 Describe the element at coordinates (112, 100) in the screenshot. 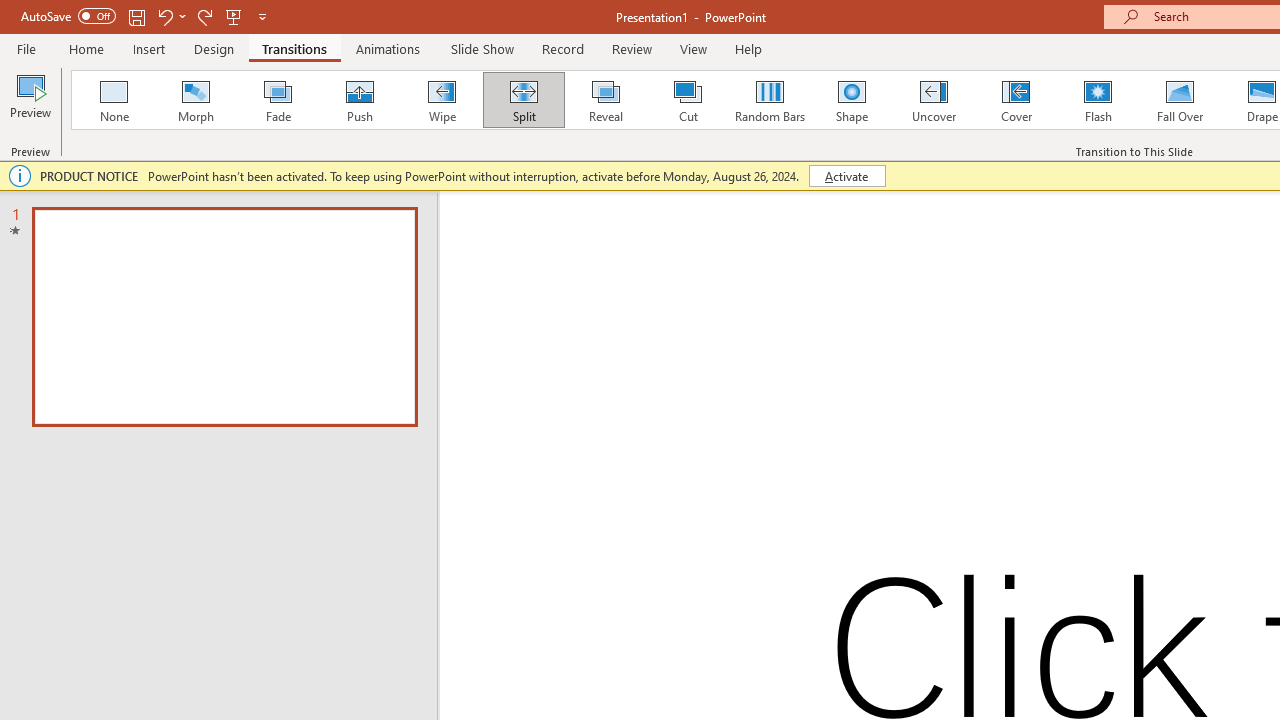

I see `'None'` at that location.